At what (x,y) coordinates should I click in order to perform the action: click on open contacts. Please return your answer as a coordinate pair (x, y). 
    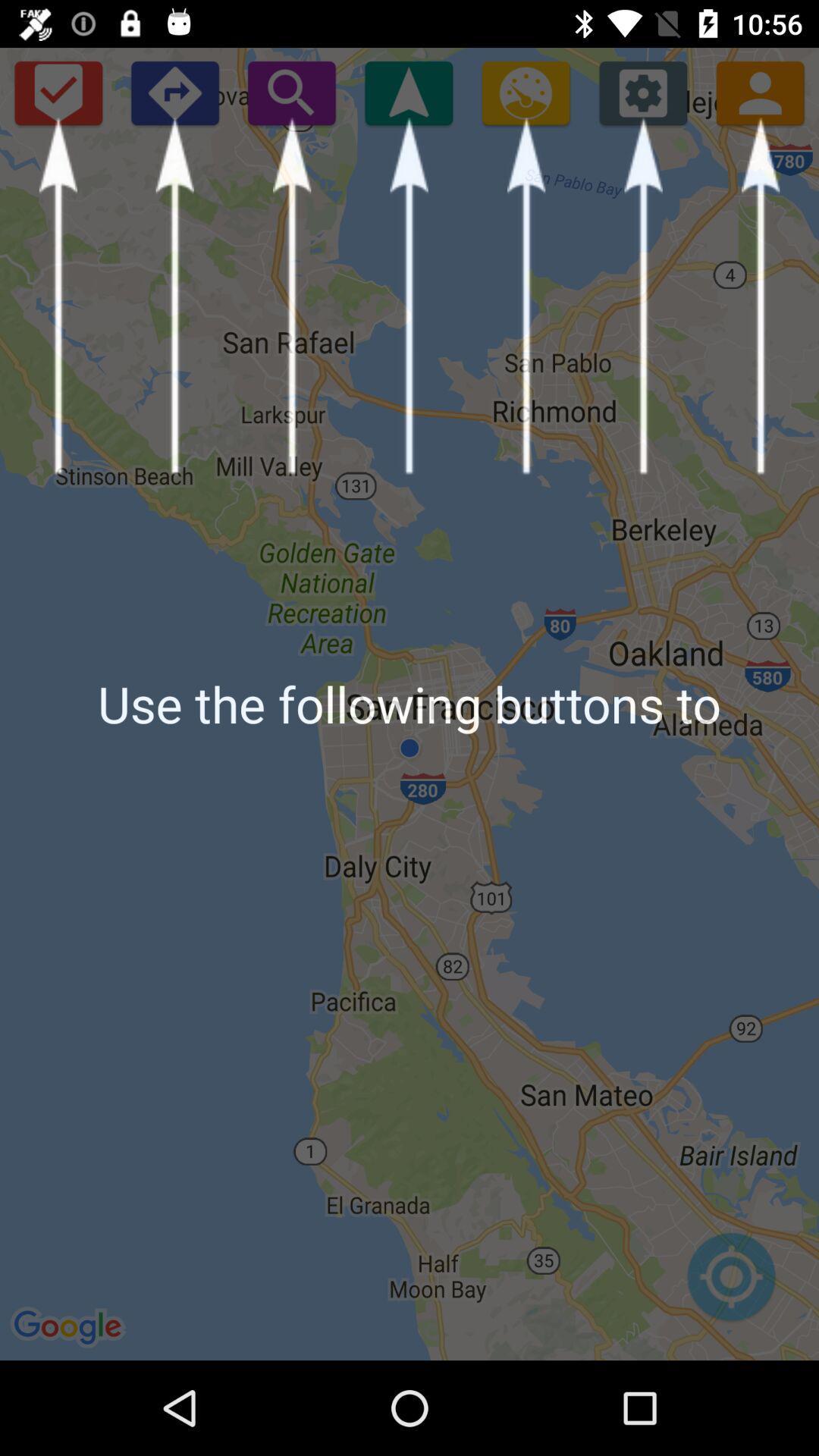
    Looking at the image, I should click on (760, 92).